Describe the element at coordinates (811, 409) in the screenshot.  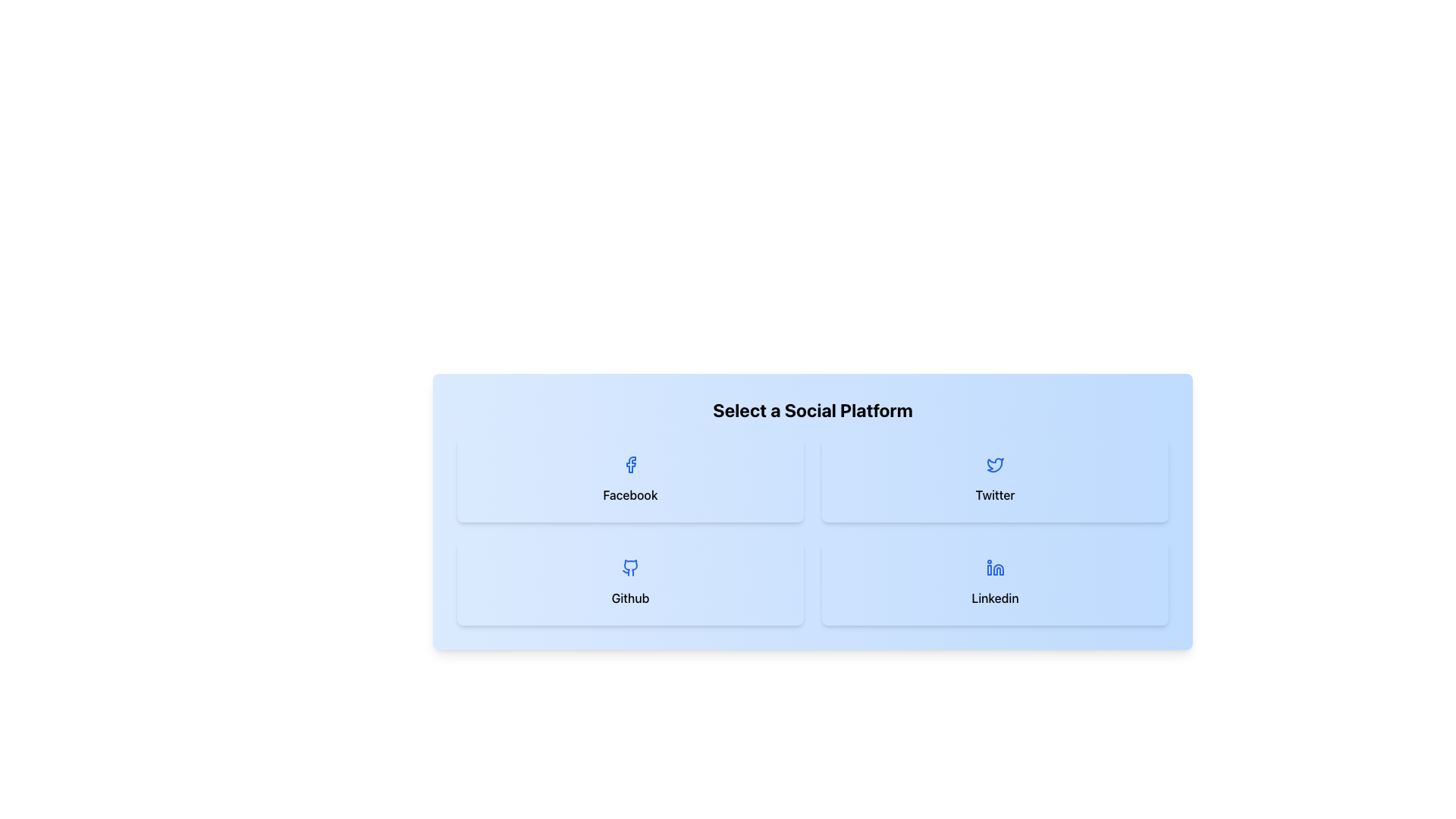
I see `text title located at the top of the section, which provides context for selecting a social platform` at that location.